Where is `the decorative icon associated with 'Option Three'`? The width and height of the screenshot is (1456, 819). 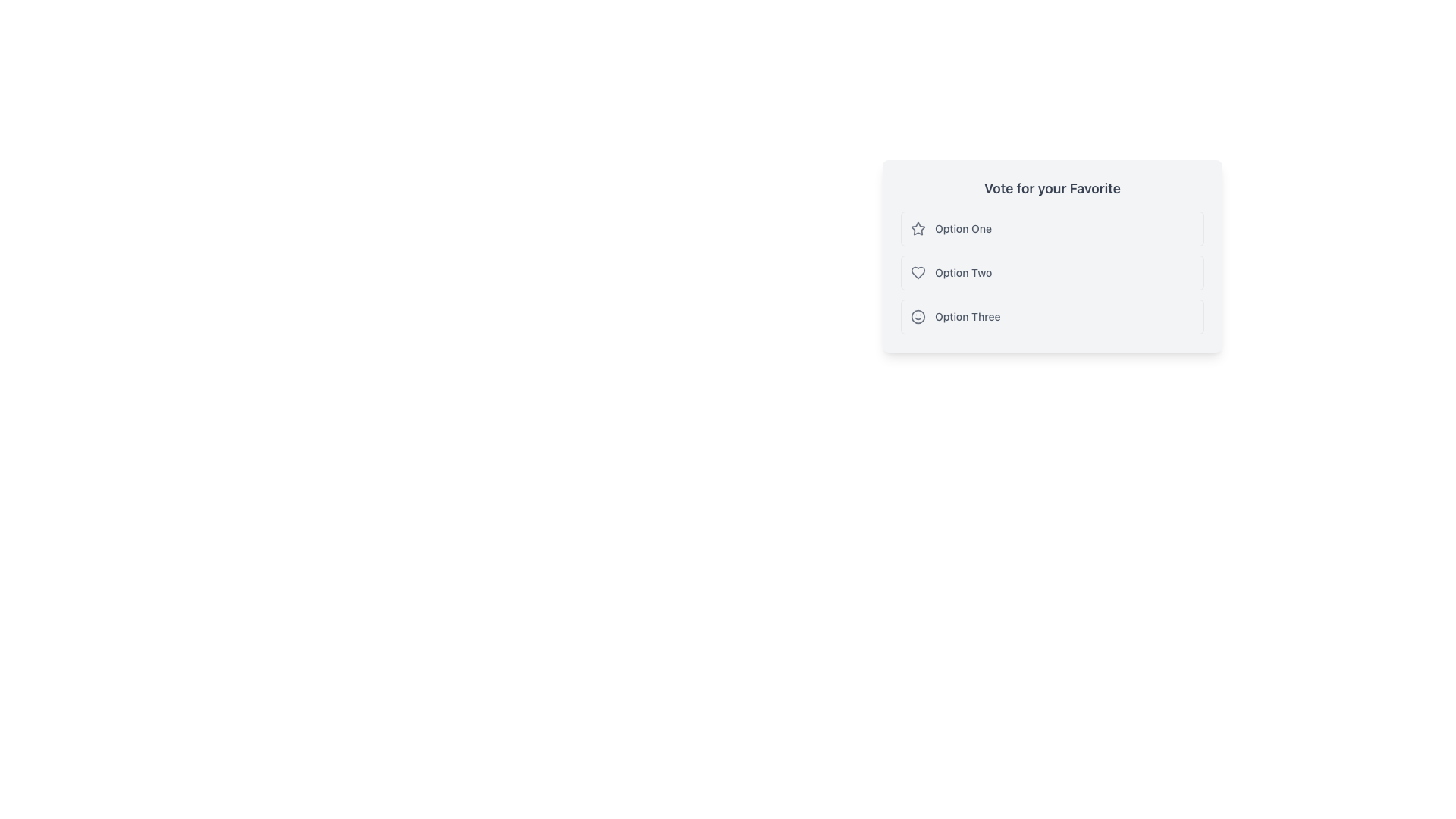 the decorative icon associated with 'Option Three' is located at coordinates (917, 315).